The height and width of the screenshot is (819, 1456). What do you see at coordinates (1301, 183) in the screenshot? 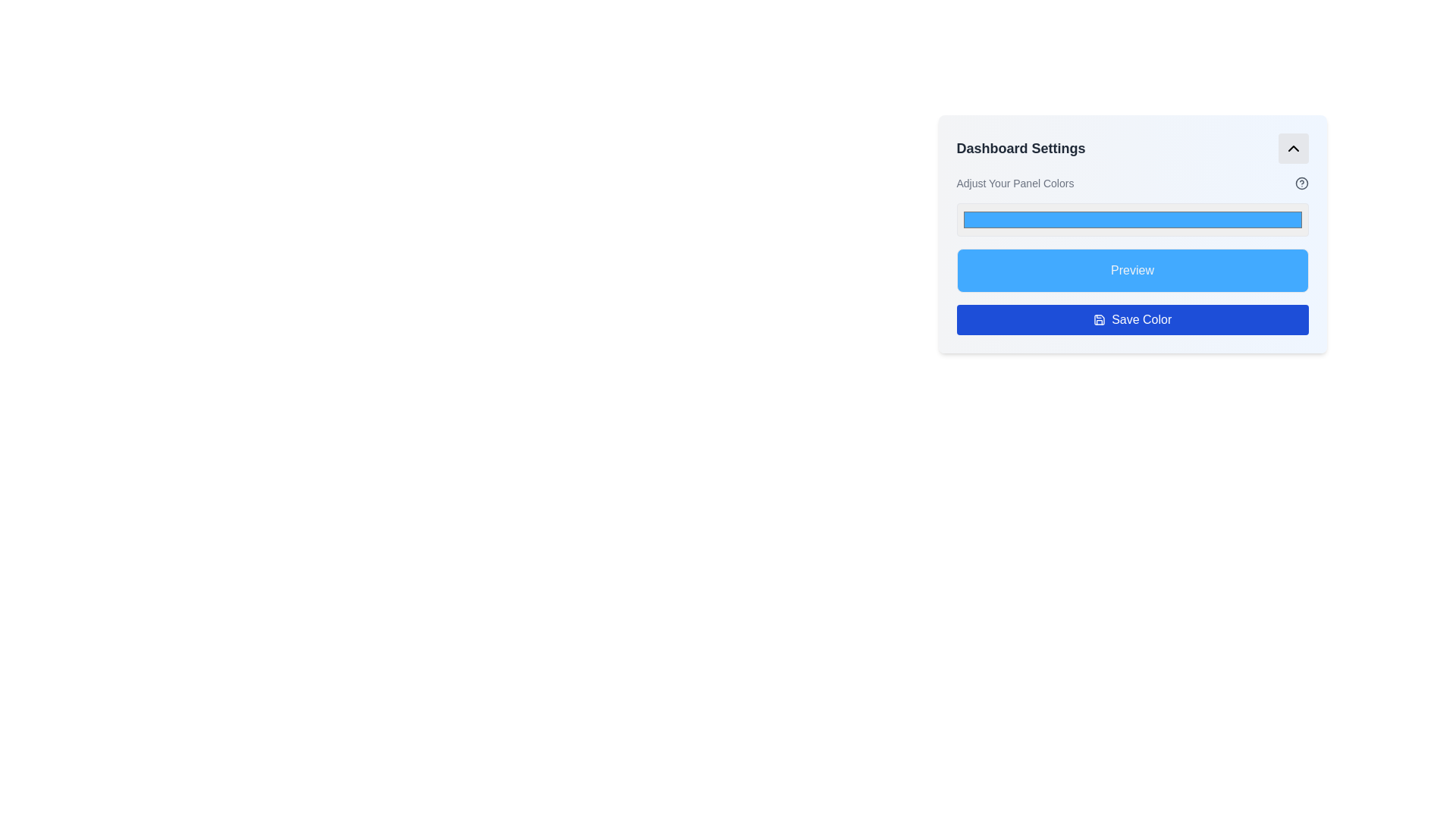
I see `the small circular help icon with a question mark at the far right of the 'Adjust Your Panel Colors' section` at bounding box center [1301, 183].